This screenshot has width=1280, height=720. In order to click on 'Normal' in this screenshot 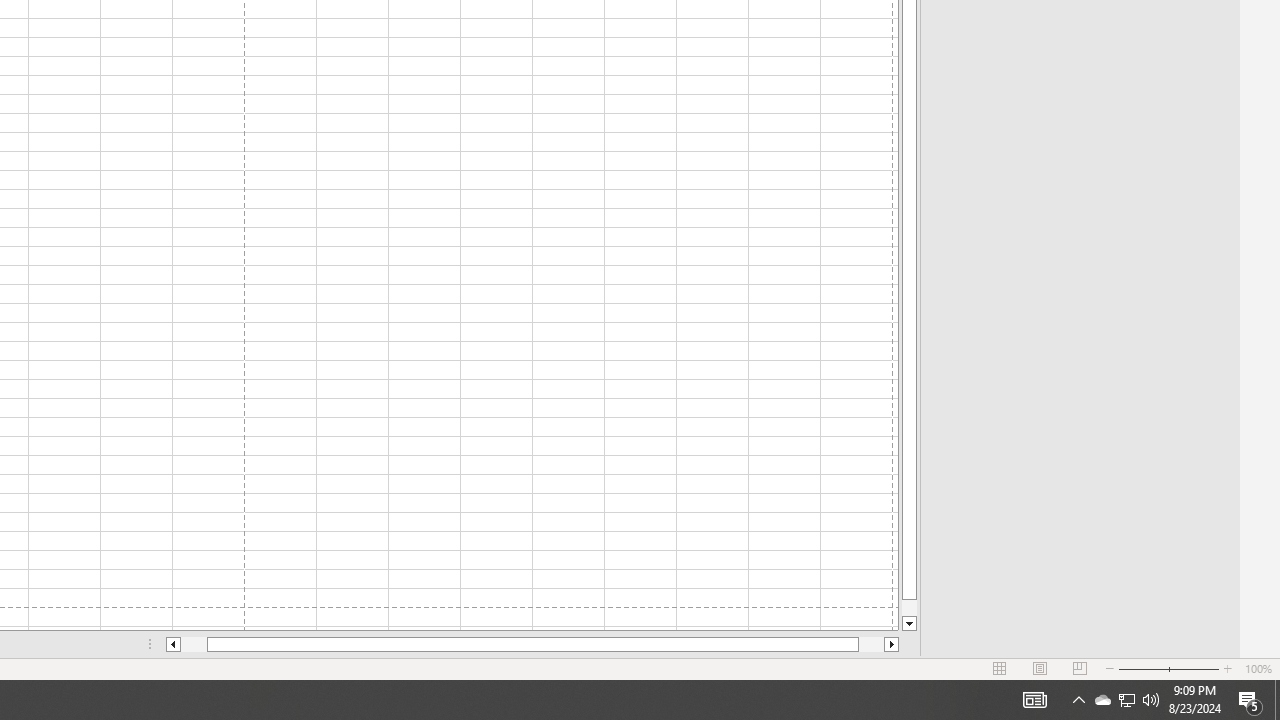, I will do `click(1000, 669)`.